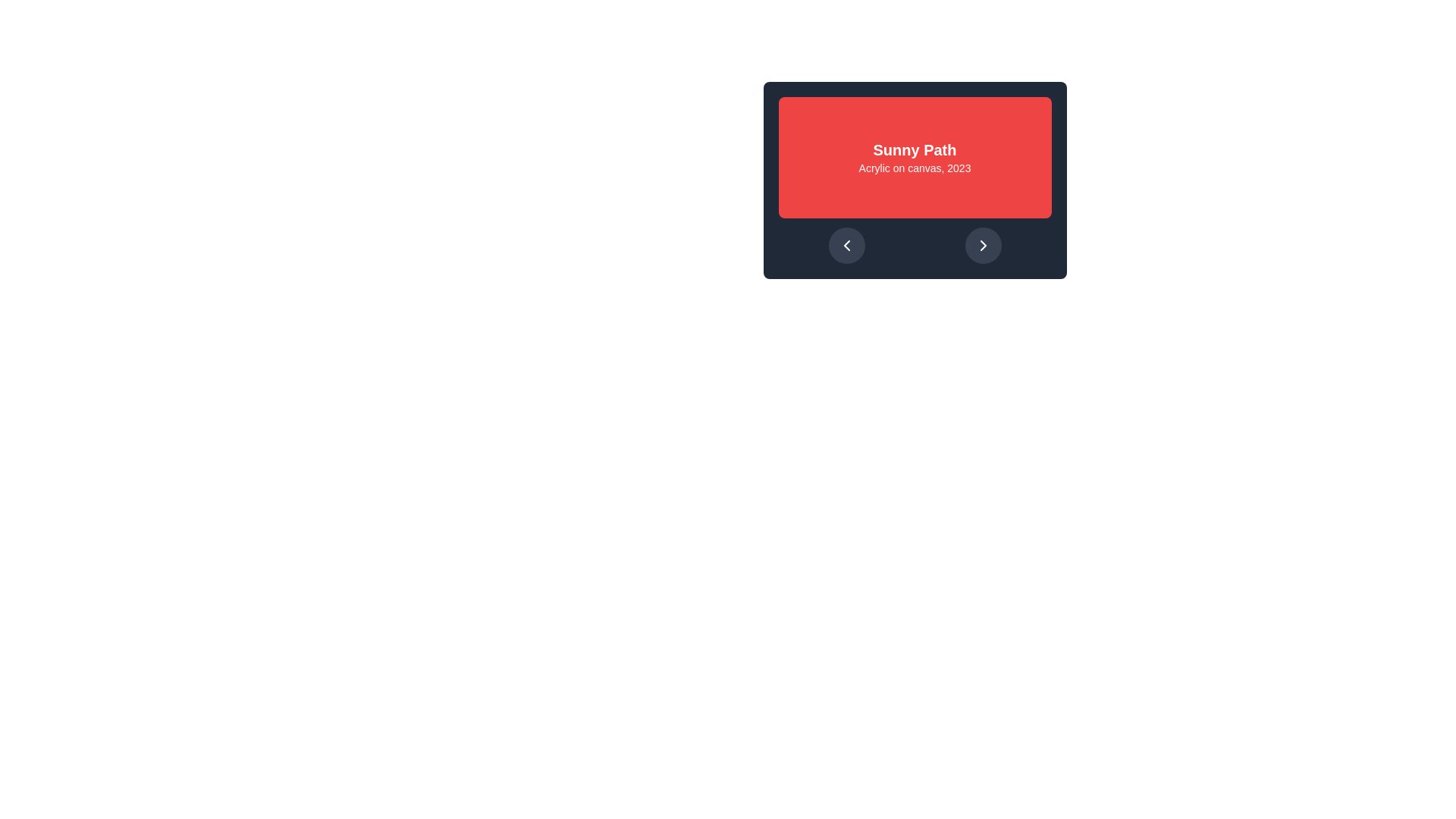 Image resolution: width=1456 pixels, height=819 pixels. Describe the element at coordinates (983, 245) in the screenshot. I see `the circular button with a dark gray background and a white rightward arrow icon` at that location.